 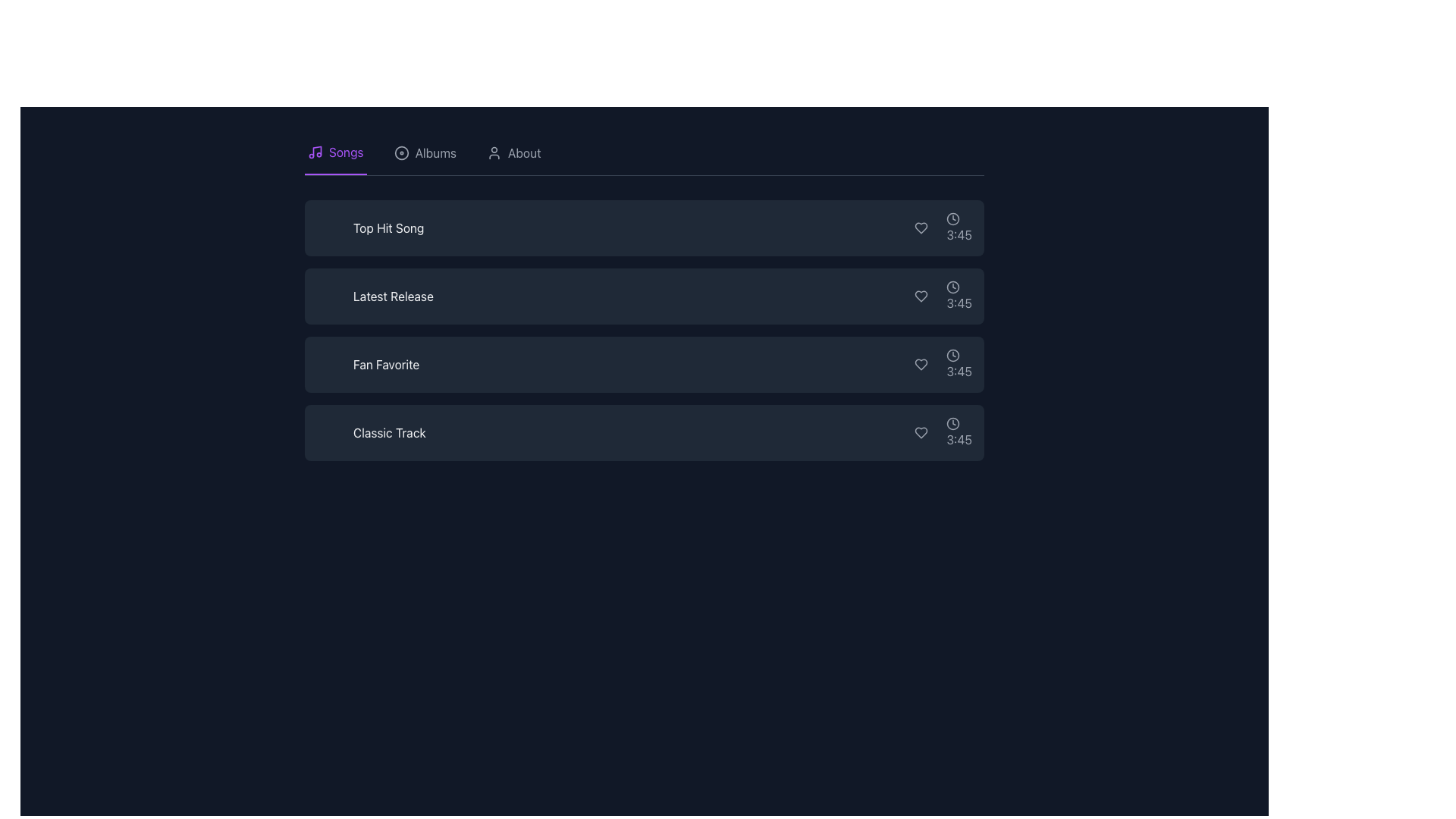 What do you see at coordinates (921, 296) in the screenshot?
I see `the interactive heart-shaped icon` at bounding box center [921, 296].